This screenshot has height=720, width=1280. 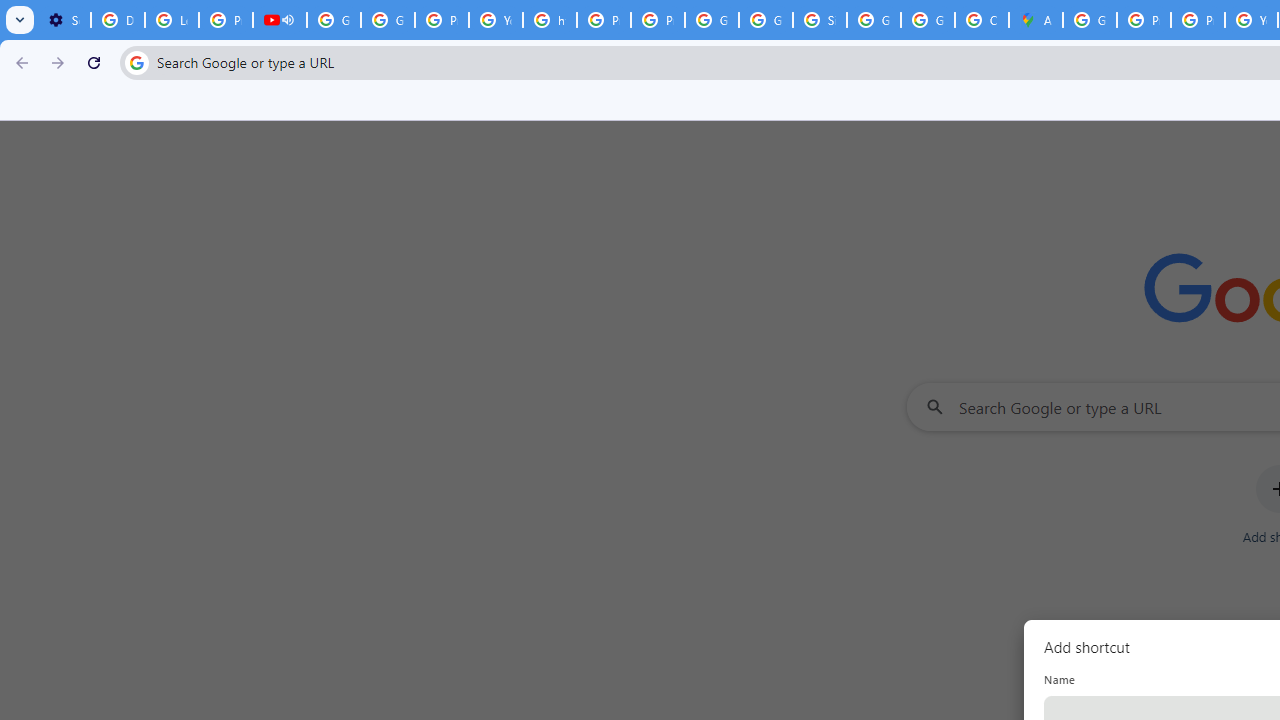 I want to click on 'YouTube', so click(x=496, y=20).